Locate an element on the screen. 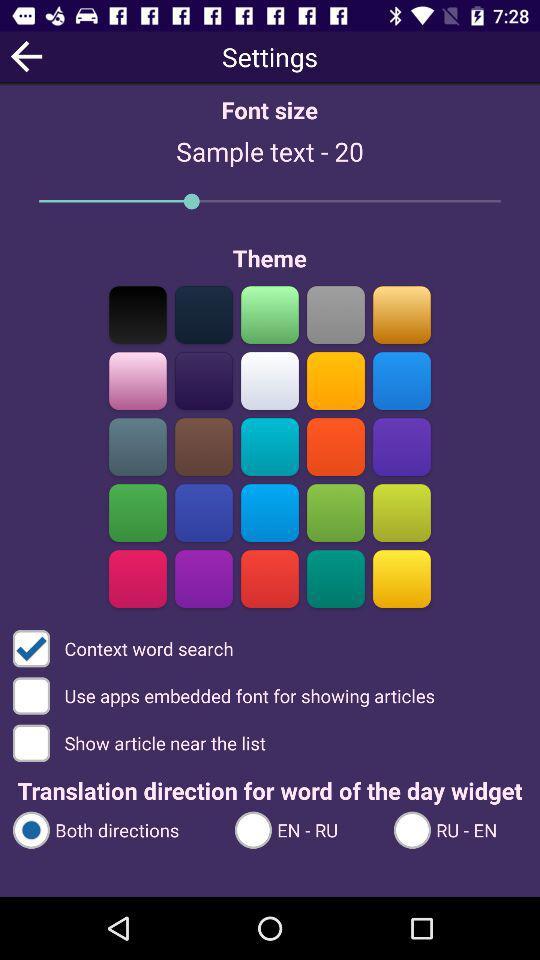 Image resolution: width=540 pixels, height=960 pixels. theme change option is located at coordinates (401, 578).